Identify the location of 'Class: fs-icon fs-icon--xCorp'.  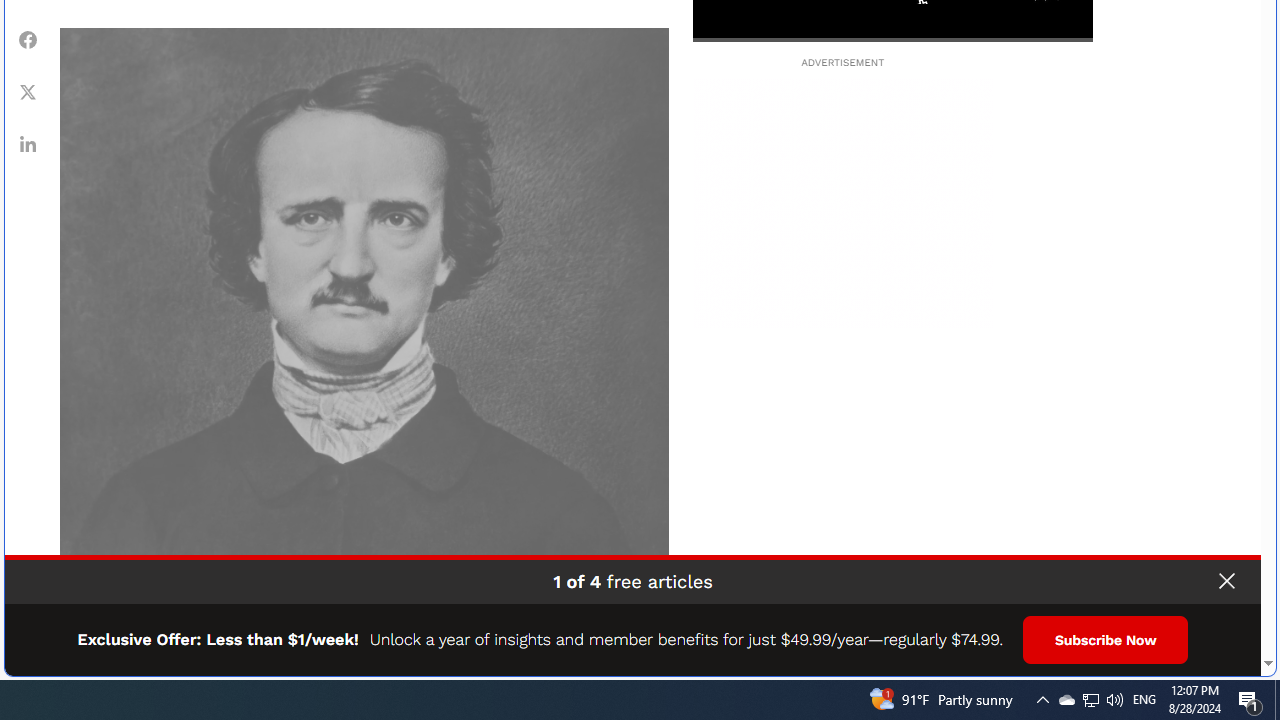
(28, 91).